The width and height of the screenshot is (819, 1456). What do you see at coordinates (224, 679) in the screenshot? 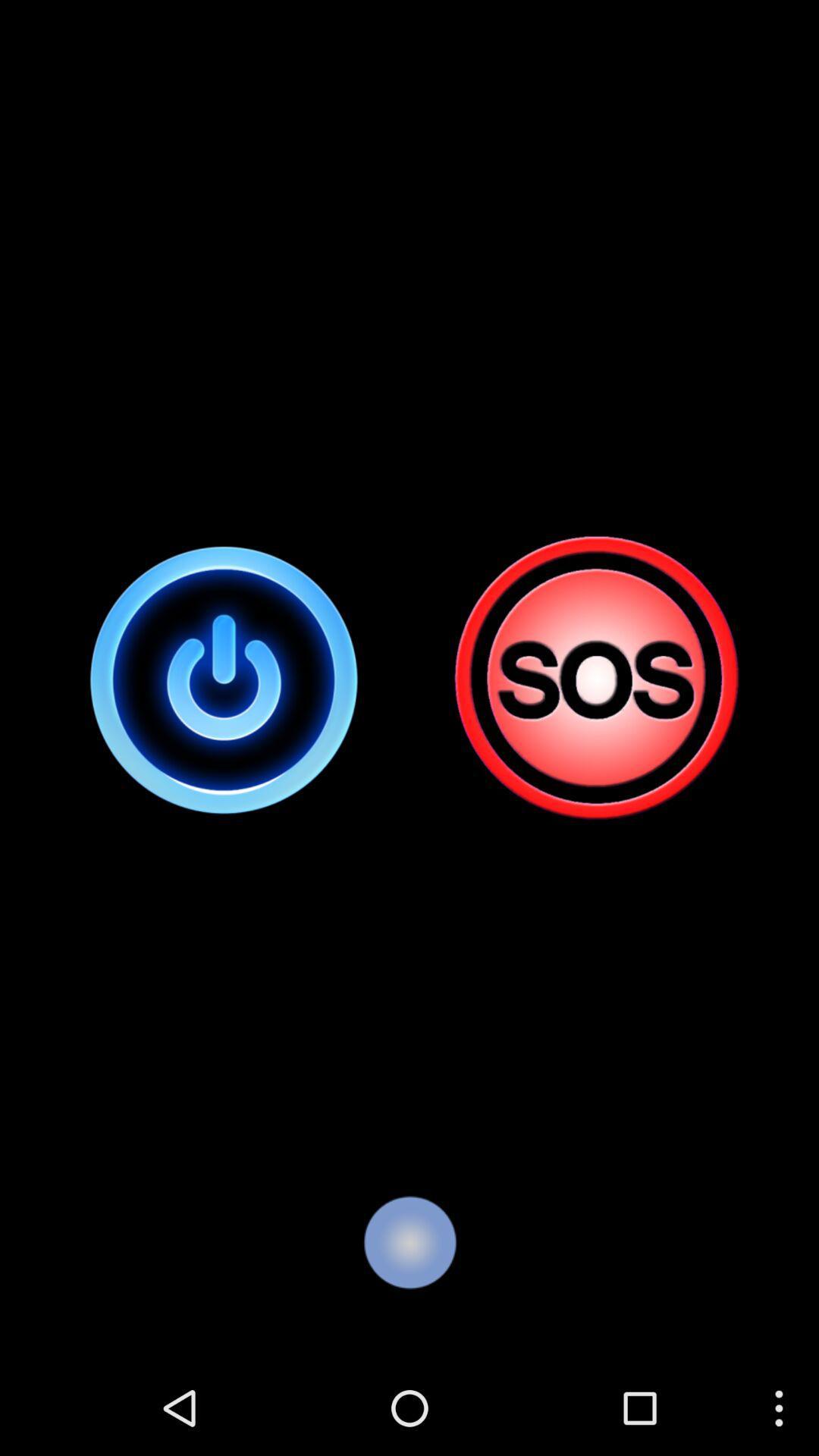
I see `the button on the left` at bounding box center [224, 679].